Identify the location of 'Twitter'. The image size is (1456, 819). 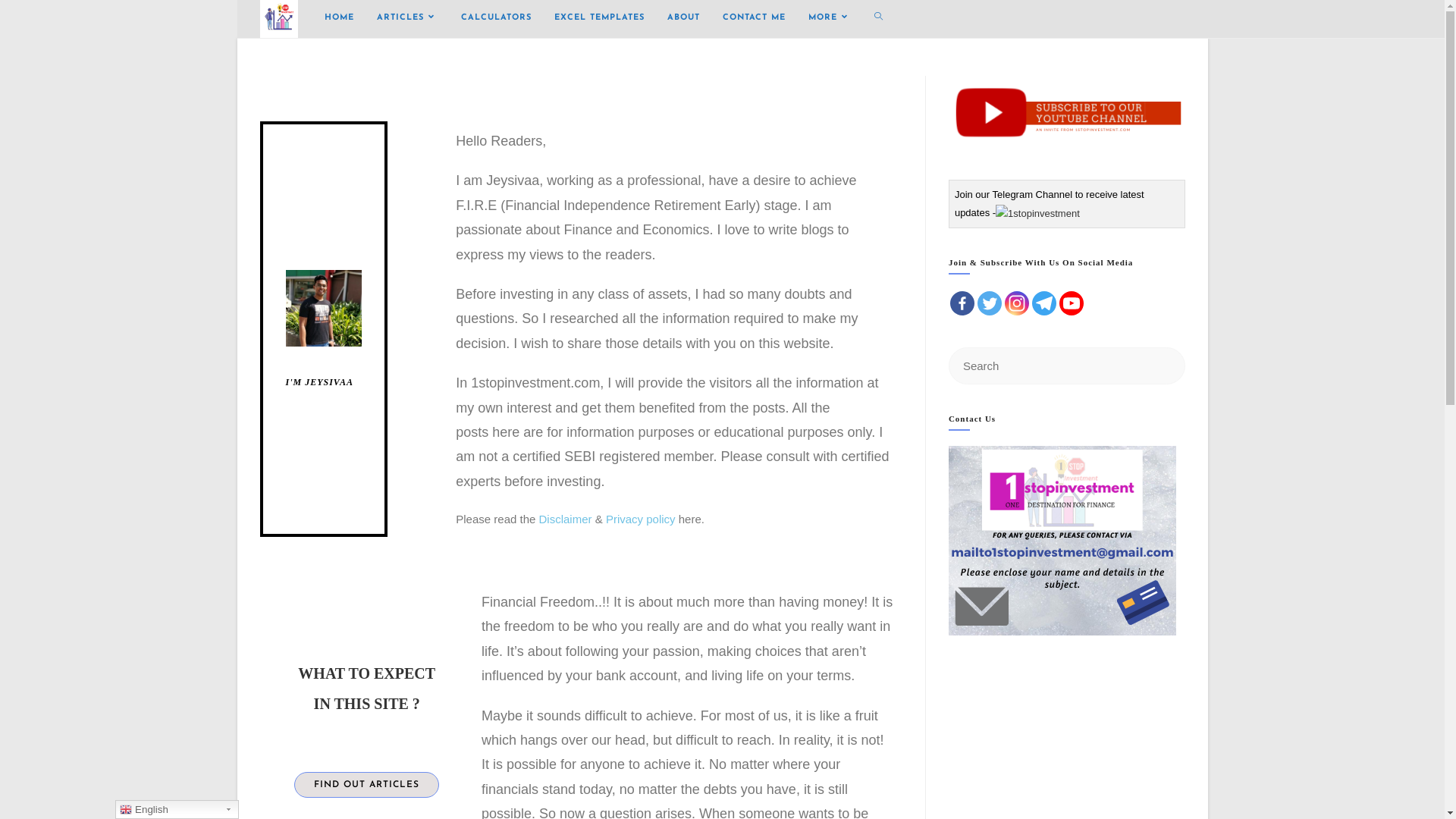
(990, 303).